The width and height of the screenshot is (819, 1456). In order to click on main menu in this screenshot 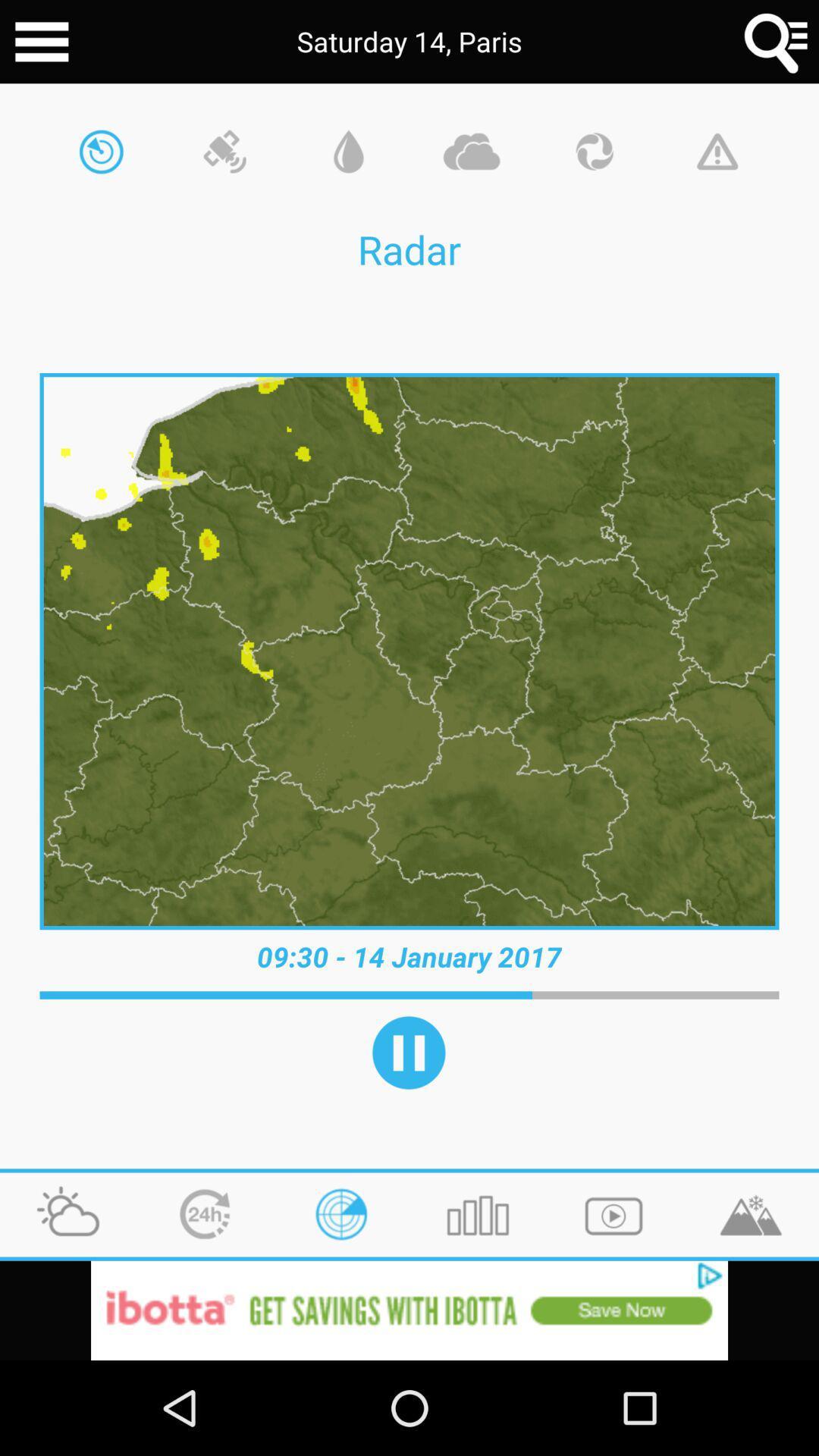, I will do `click(41, 42)`.